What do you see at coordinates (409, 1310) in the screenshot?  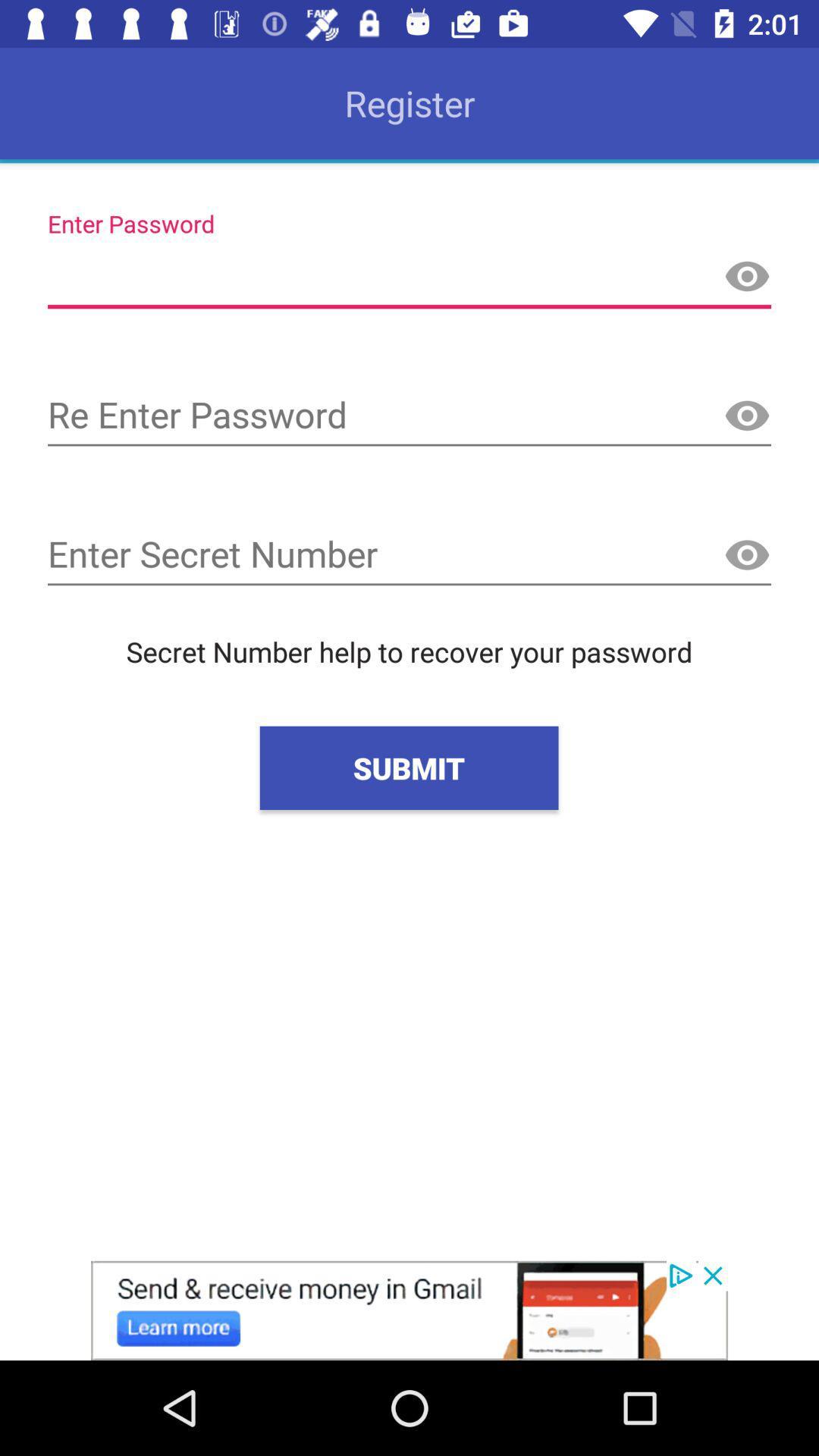 I see `open advertisement` at bounding box center [409, 1310].